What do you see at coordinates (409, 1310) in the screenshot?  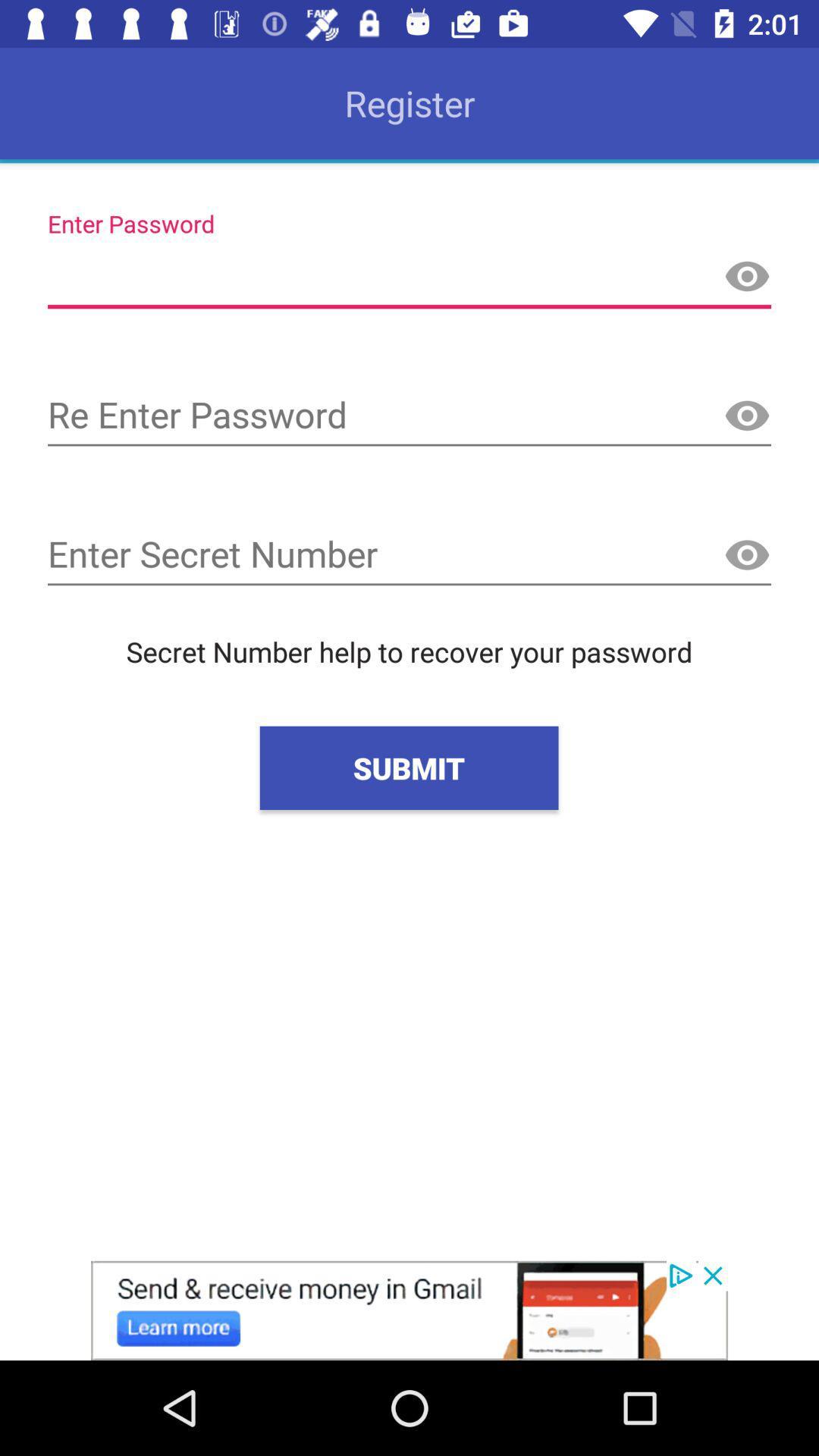 I see `open advertisement` at bounding box center [409, 1310].